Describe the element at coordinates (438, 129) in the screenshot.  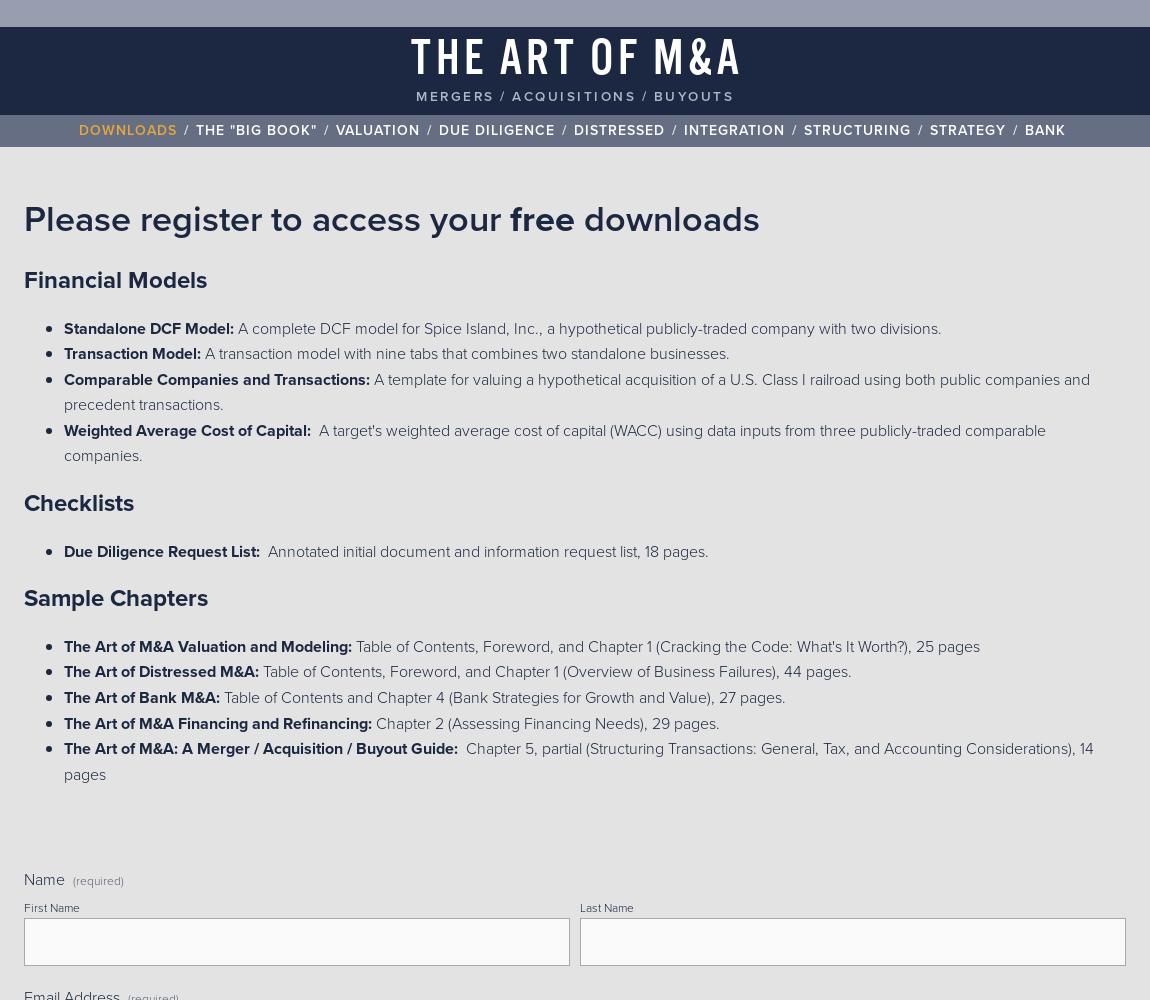
I see `'Due Diligence'` at that location.